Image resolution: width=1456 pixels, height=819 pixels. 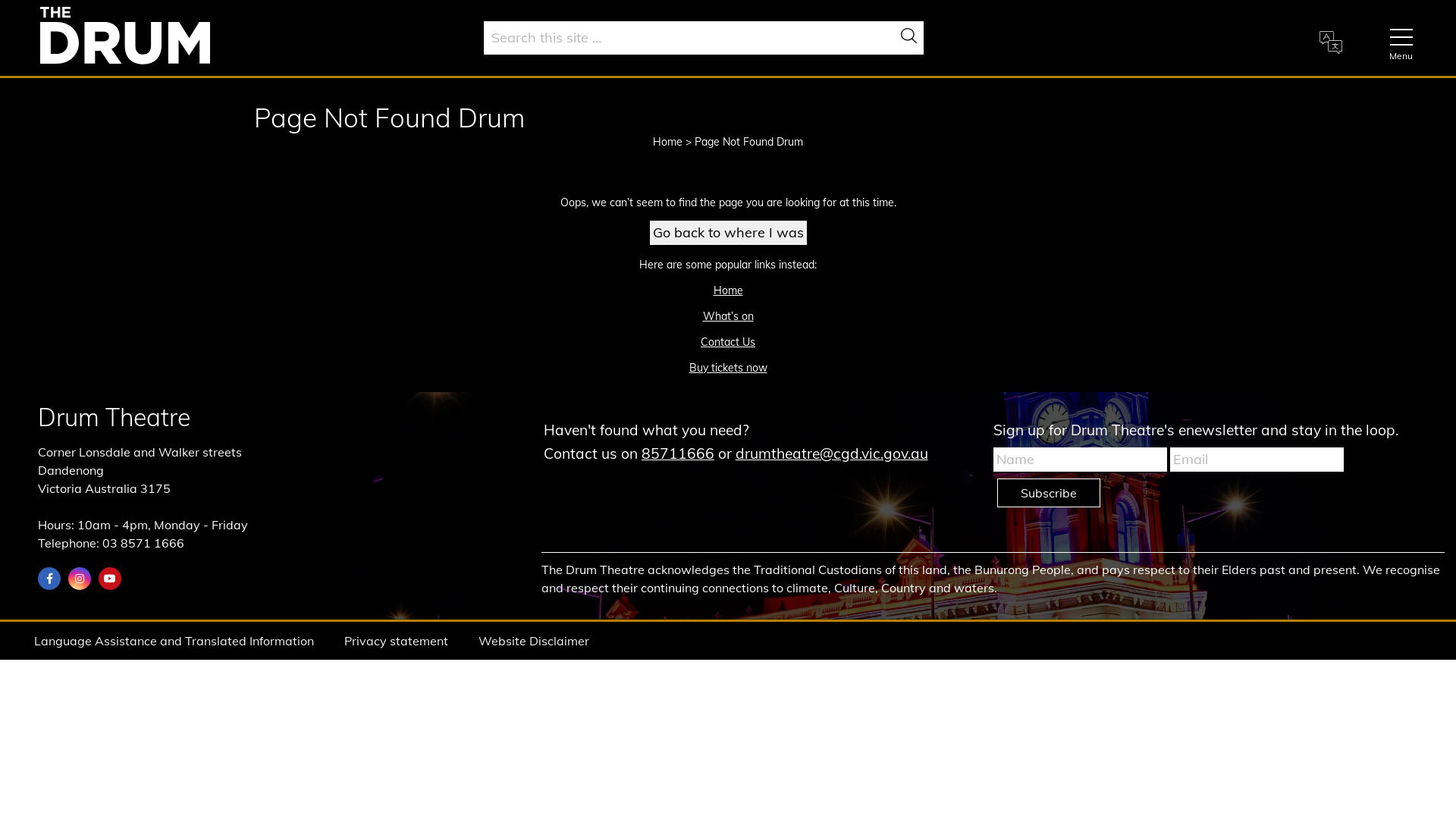 What do you see at coordinates (174, 640) in the screenshot?
I see `'Language Assistance and Translated Information'` at bounding box center [174, 640].